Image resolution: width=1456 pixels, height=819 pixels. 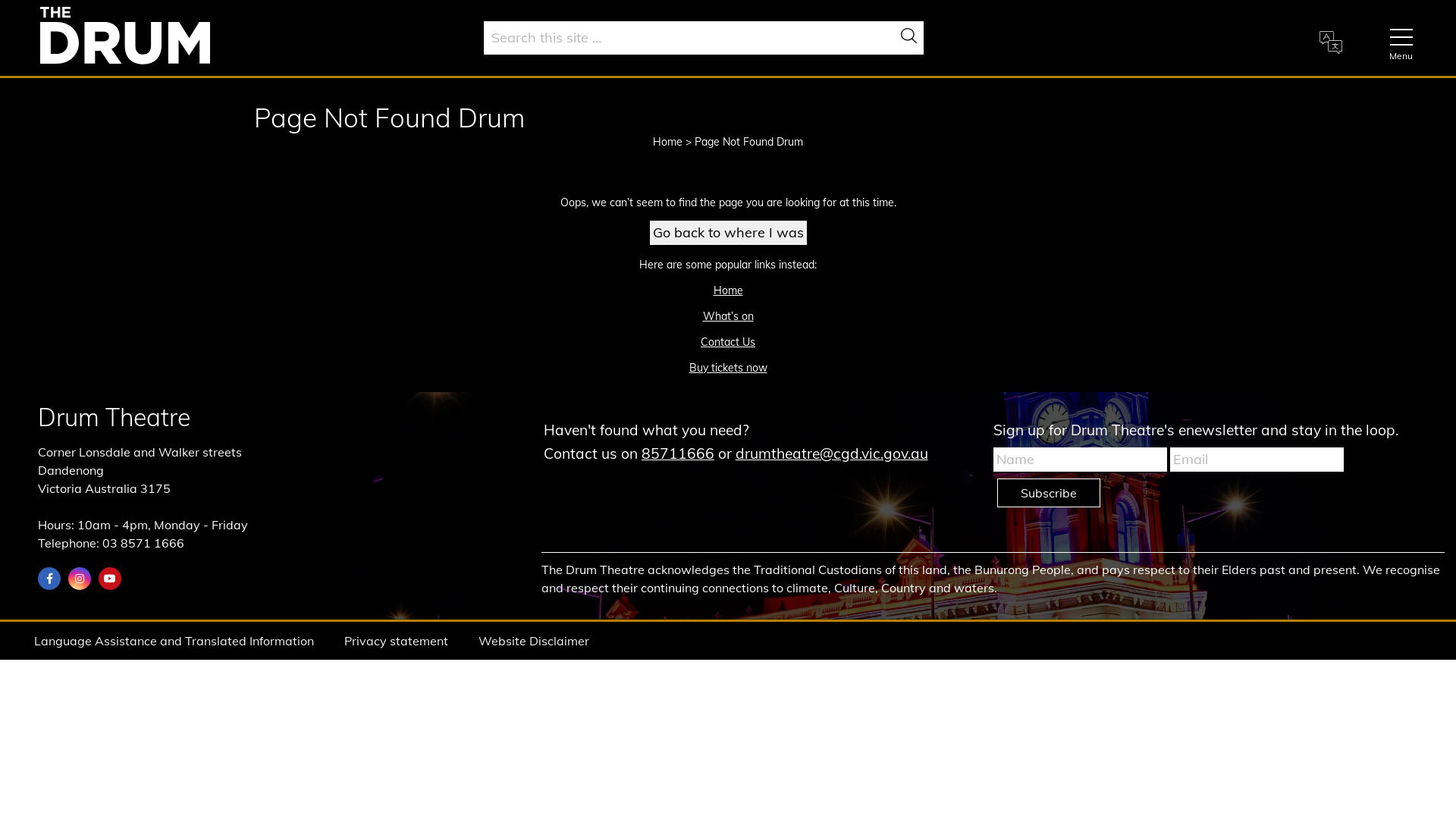 What do you see at coordinates (174, 640) in the screenshot?
I see `'Language Assistance and Translated Information'` at bounding box center [174, 640].